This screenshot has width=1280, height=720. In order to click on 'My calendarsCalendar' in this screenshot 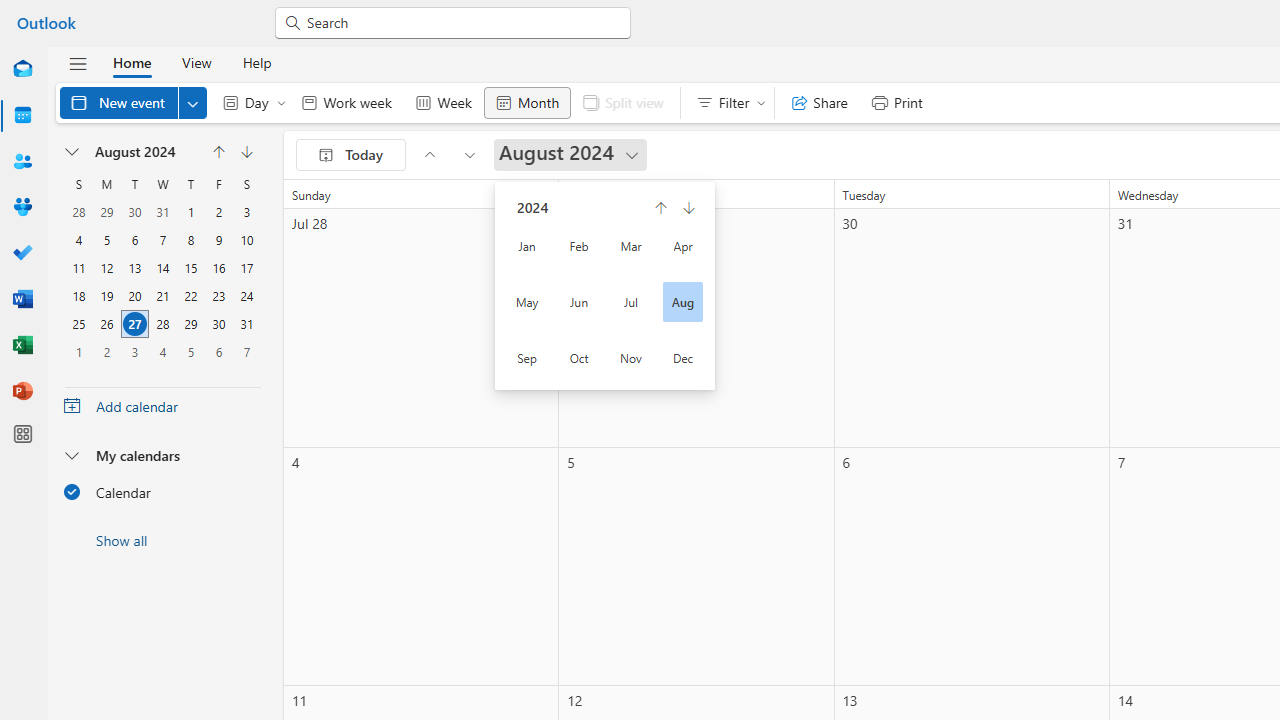, I will do `click(162, 479)`.